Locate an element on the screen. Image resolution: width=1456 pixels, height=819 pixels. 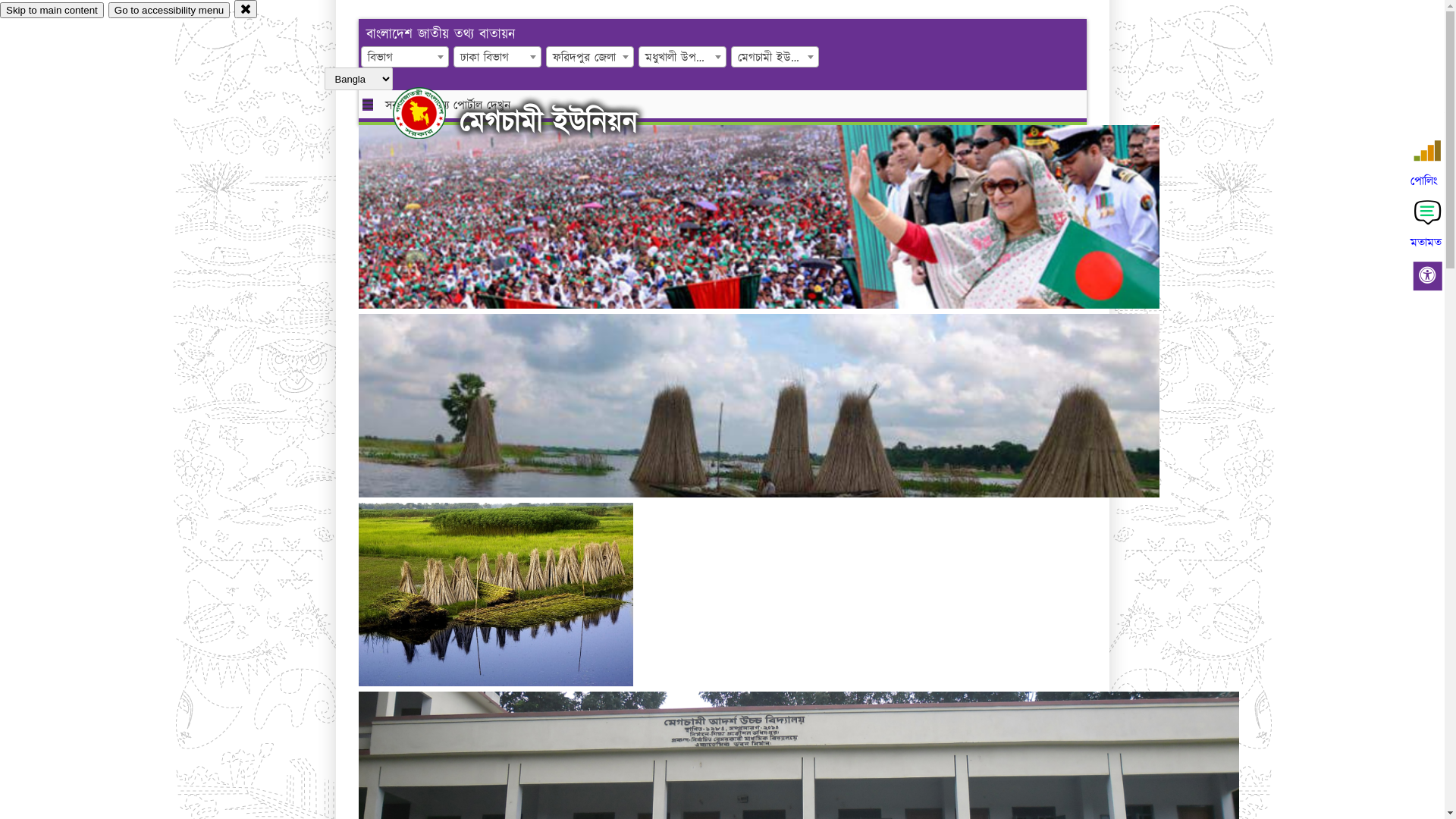
' is located at coordinates (393, 112).